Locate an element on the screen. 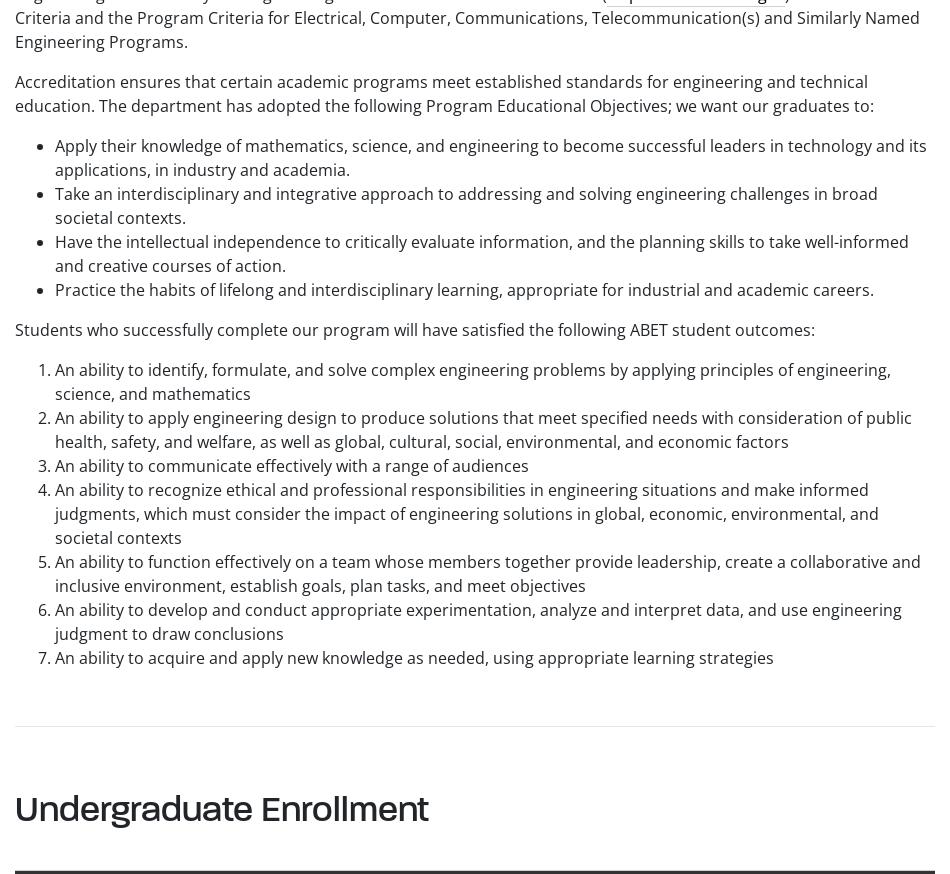 This screenshot has width=950, height=874. 'An ability to identify, formulate, and solve complex engineering problems by applying principles of engineering, science, and mathematics' is located at coordinates (472, 380).